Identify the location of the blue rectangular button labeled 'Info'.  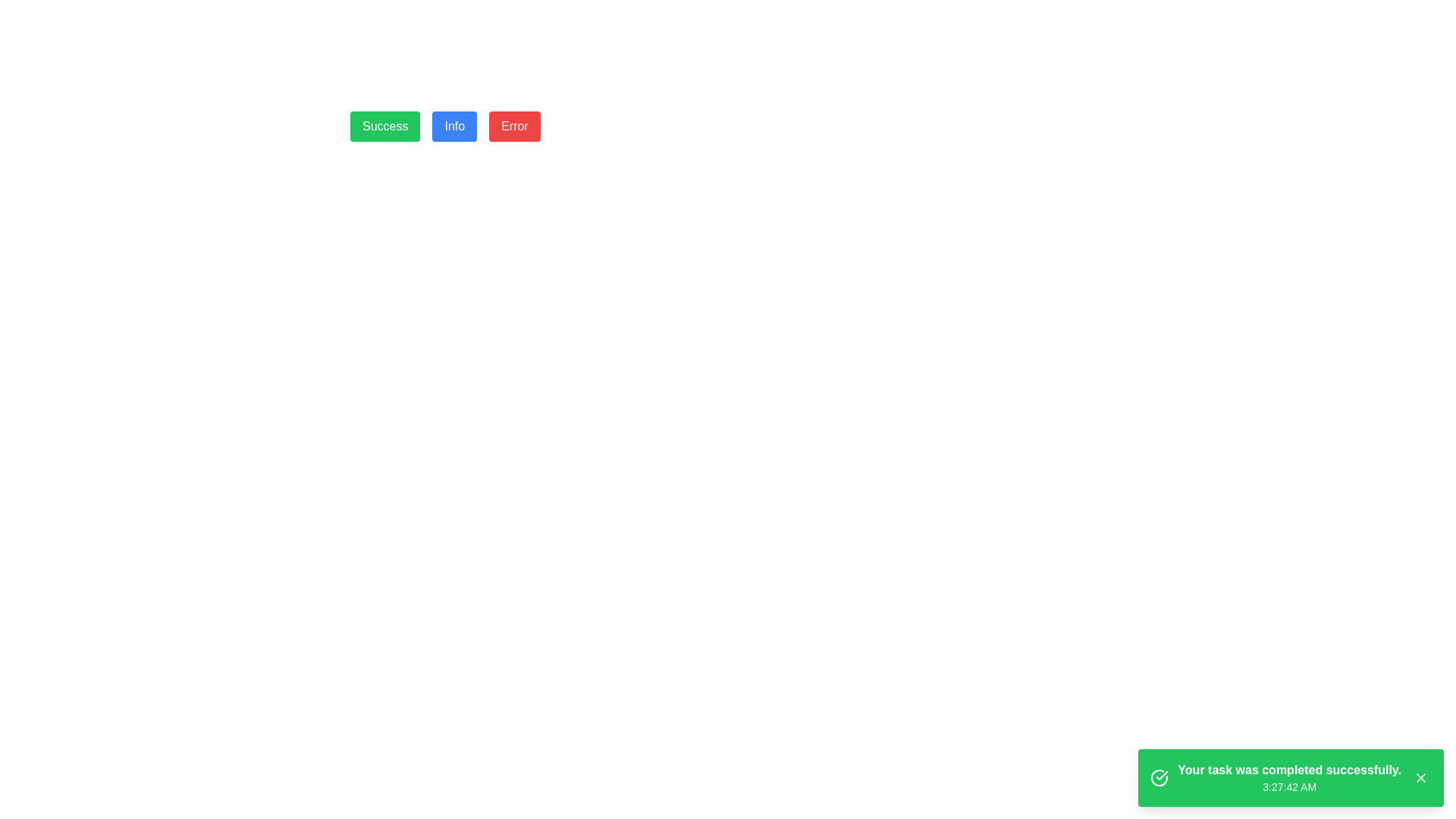
(453, 125).